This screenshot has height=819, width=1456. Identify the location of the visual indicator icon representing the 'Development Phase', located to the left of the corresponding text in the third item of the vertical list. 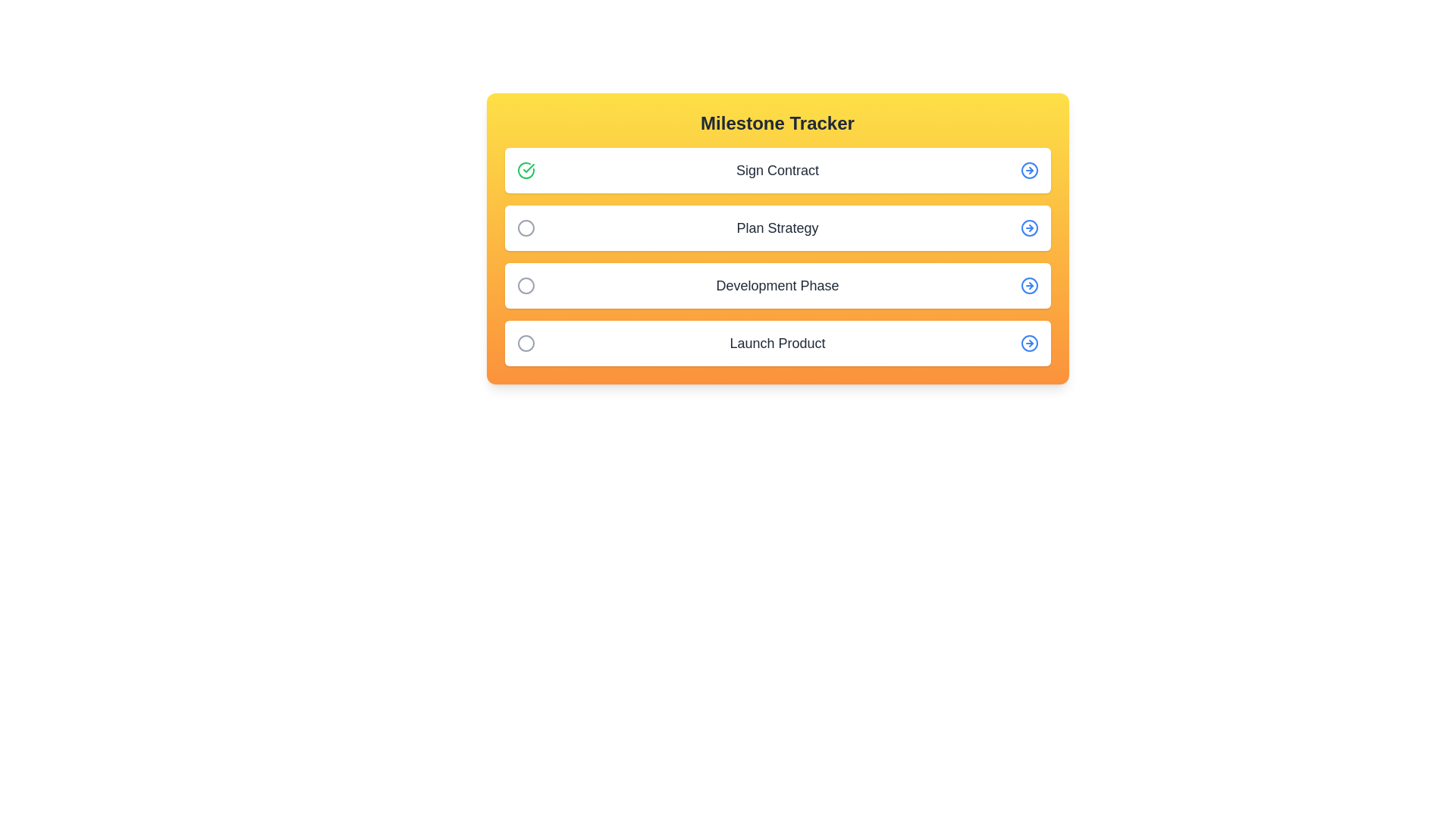
(526, 286).